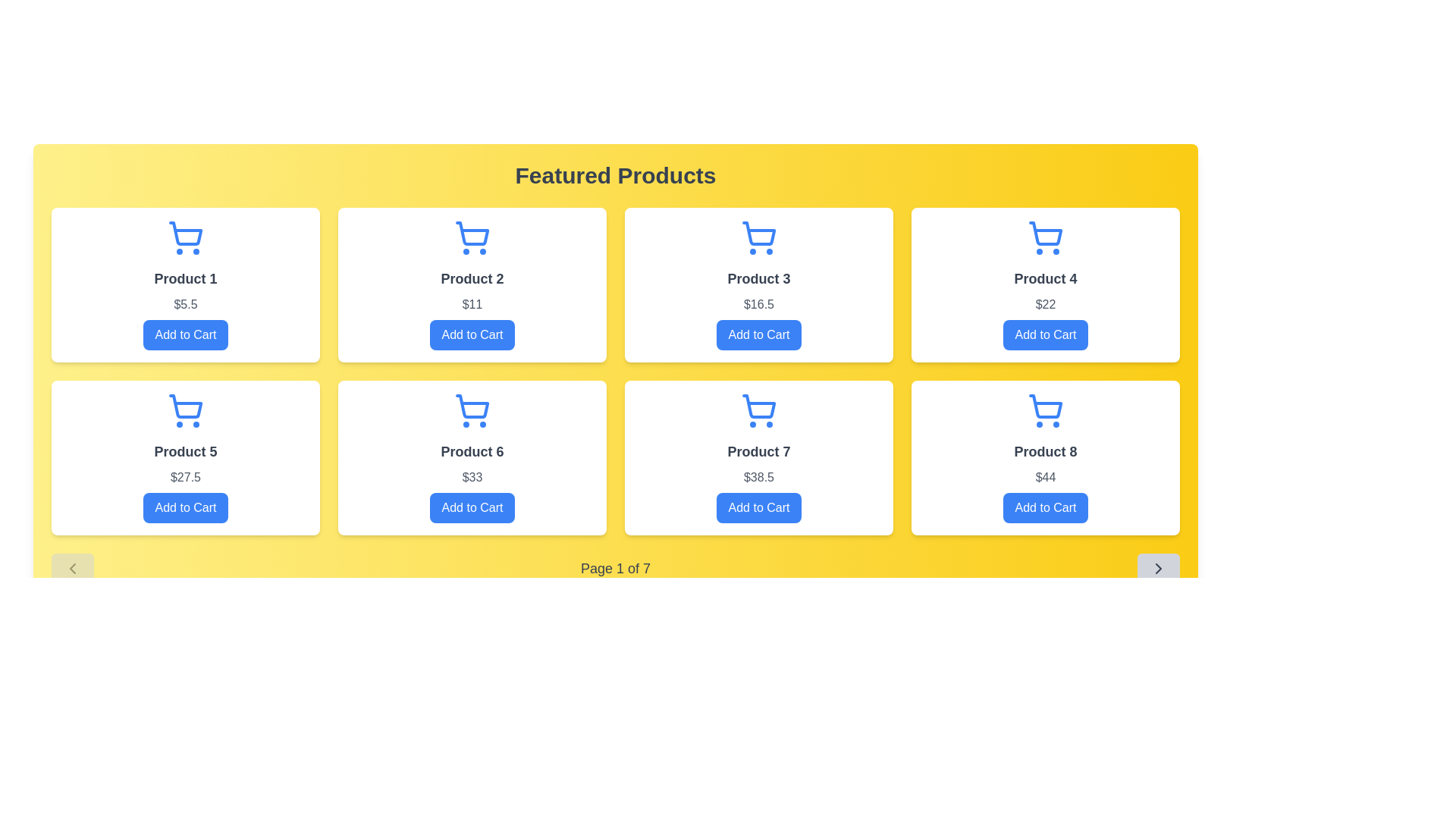 This screenshot has height=819, width=1456. I want to click on the shopping cart icon representing the 'Add to Cart' functionality for 'Product 6', which is located in the second card of the second row, so click(472, 406).